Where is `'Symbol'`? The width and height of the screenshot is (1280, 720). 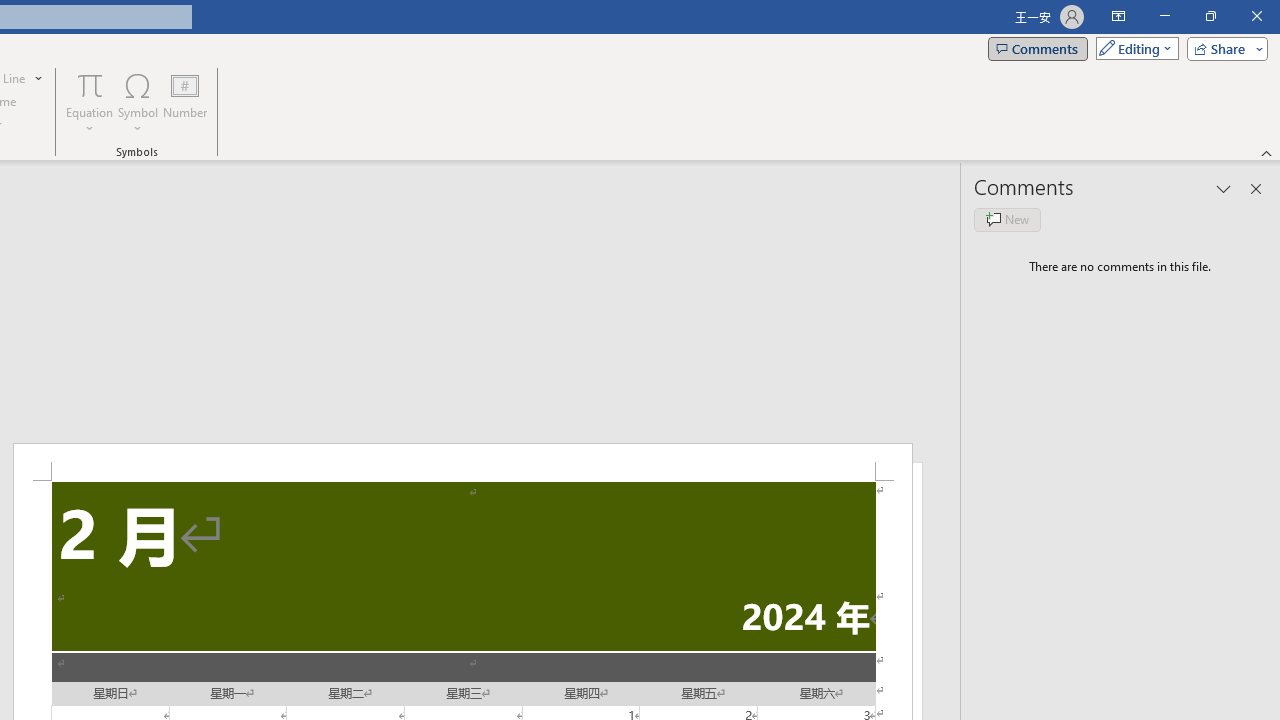 'Symbol' is located at coordinates (137, 103).